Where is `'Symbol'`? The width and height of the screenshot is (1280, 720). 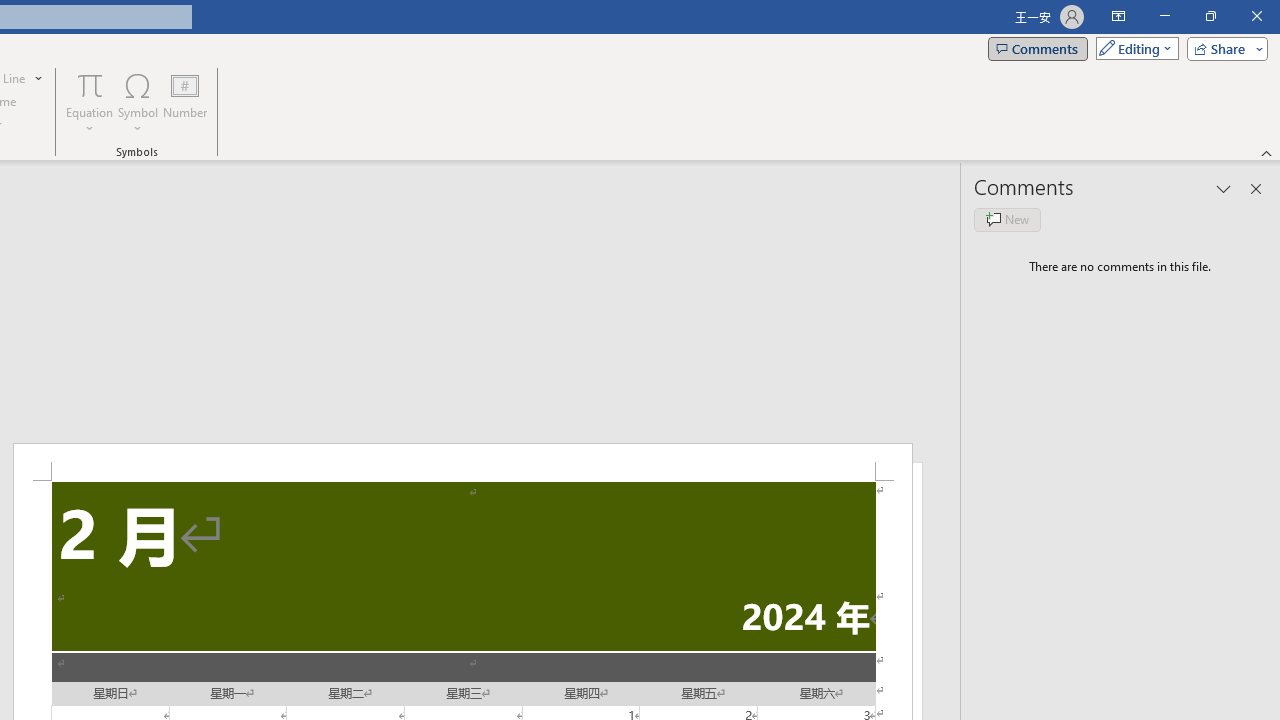 'Symbol' is located at coordinates (137, 103).